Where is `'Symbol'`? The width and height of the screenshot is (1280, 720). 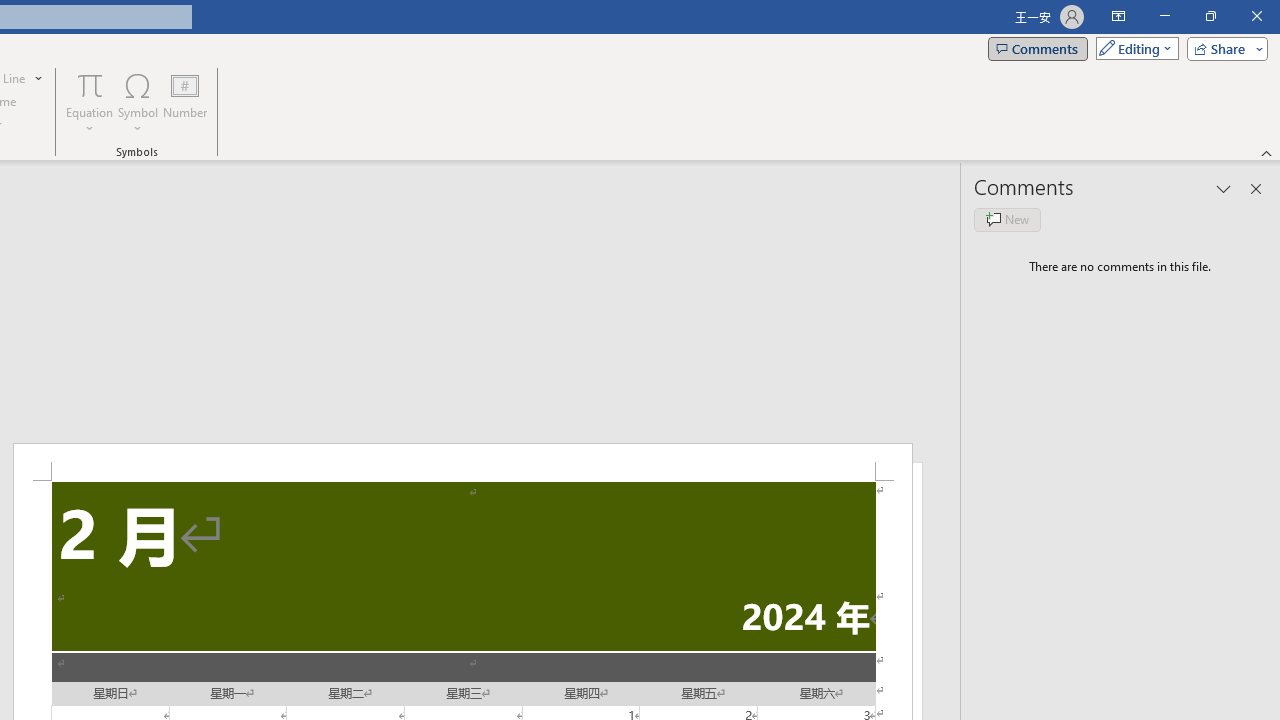 'Symbol' is located at coordinates (137, 103).